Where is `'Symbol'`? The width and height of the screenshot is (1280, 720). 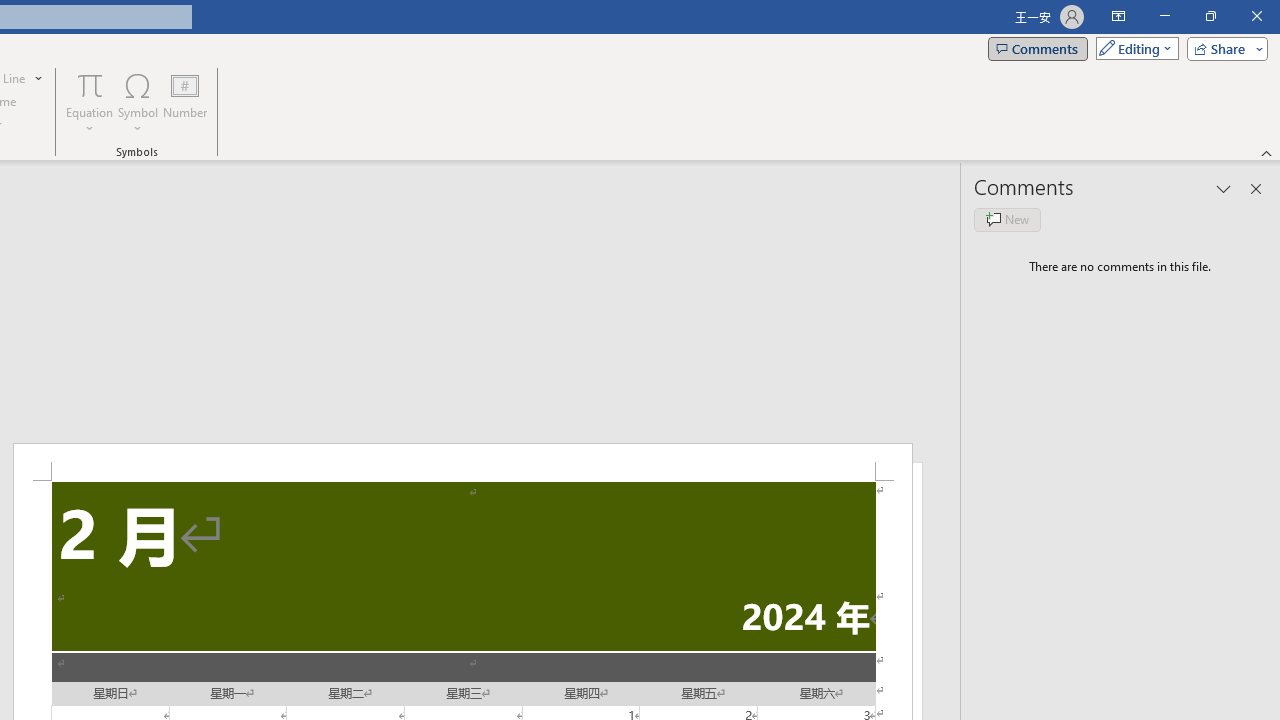 'Symbol' is located at coordinates (137, 103).